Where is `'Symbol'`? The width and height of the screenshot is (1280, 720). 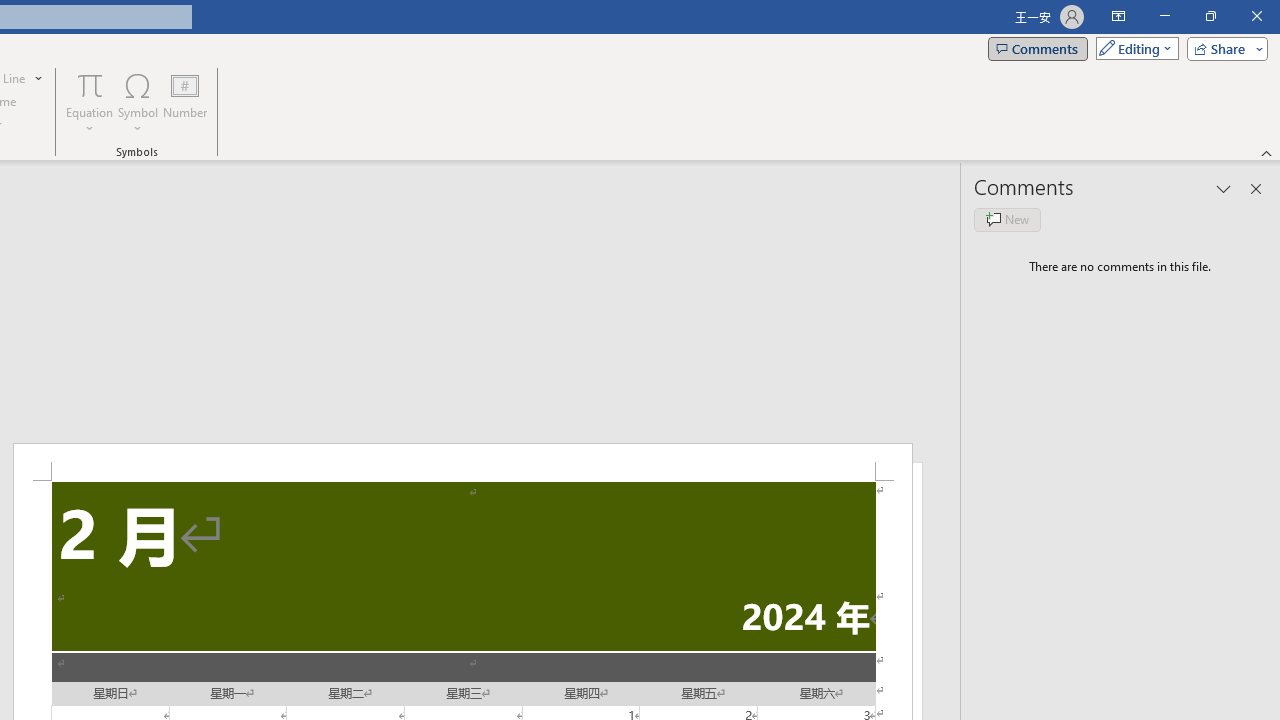 'Symbol' is located at coordinates (137, 103).